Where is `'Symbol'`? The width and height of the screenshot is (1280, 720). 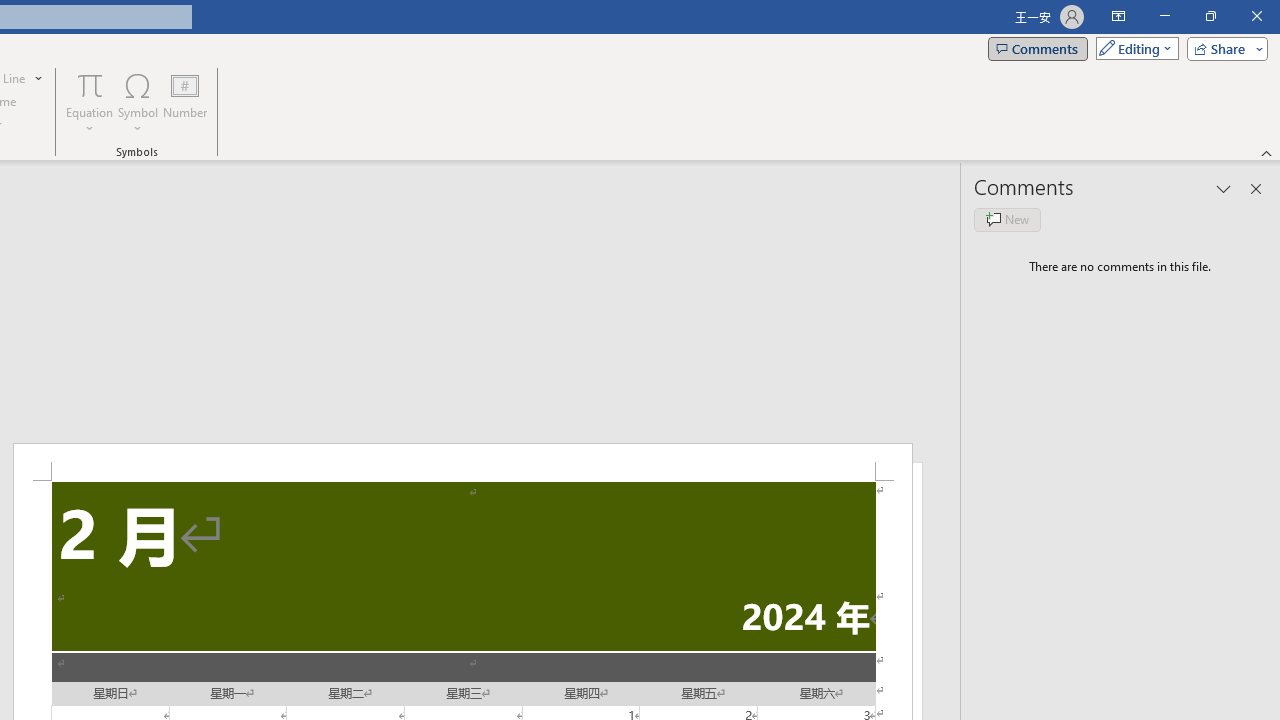 'Symbol' is located at coordinates (137, 103).